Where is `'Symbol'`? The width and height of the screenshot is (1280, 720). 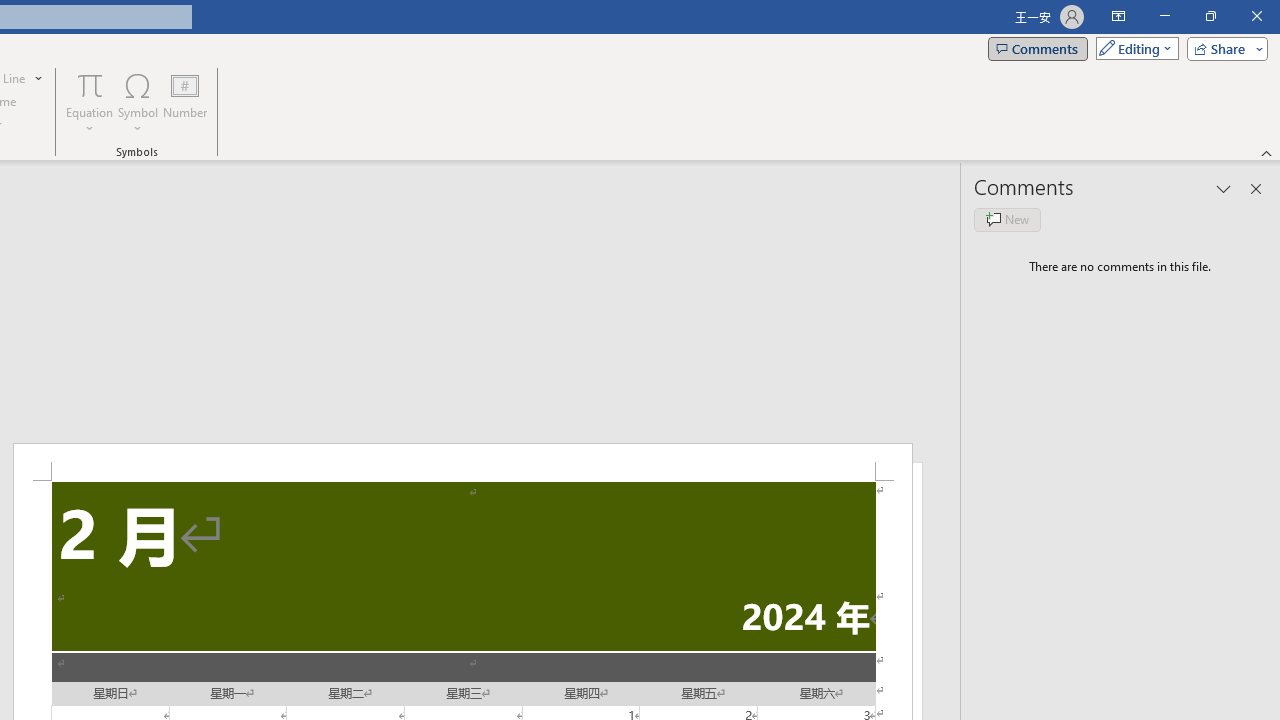 'Symbol' is located at coordinates (137, 103).